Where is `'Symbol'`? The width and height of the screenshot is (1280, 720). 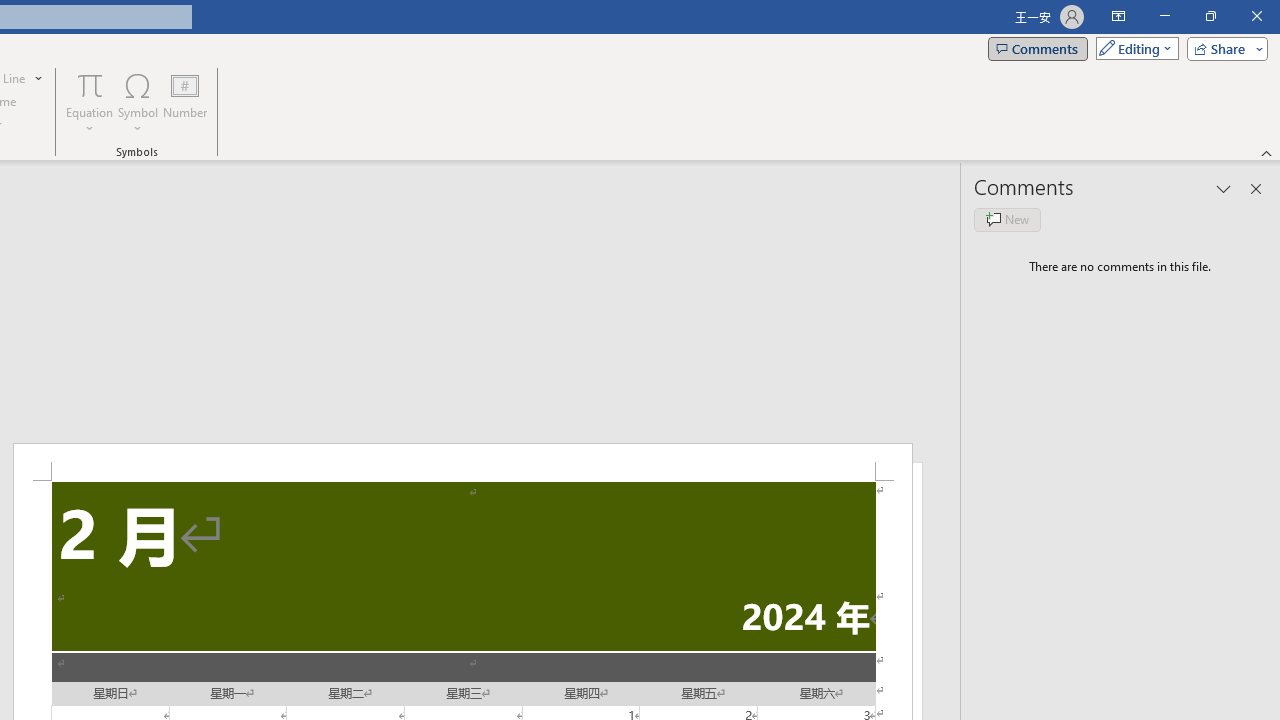 'Symbol' is located at coordinates (137, 103).